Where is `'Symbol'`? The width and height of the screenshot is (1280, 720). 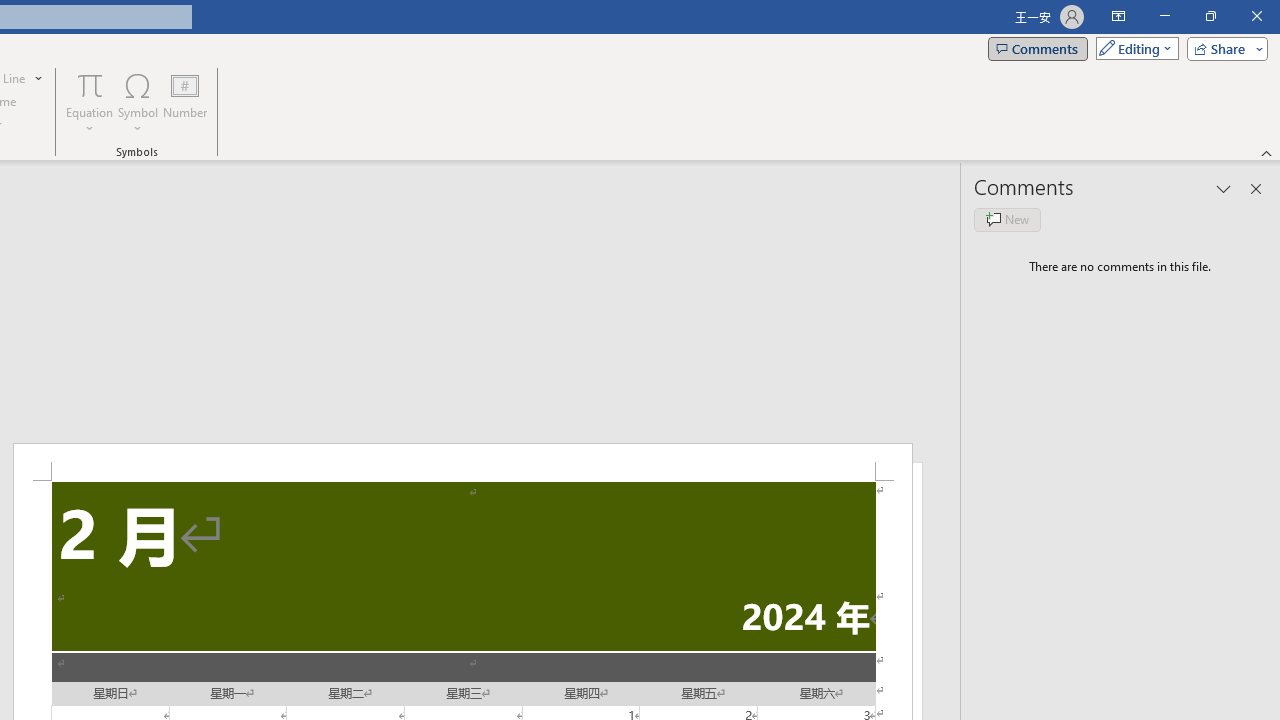 'Symbol' is located at coordinates (137, 103).